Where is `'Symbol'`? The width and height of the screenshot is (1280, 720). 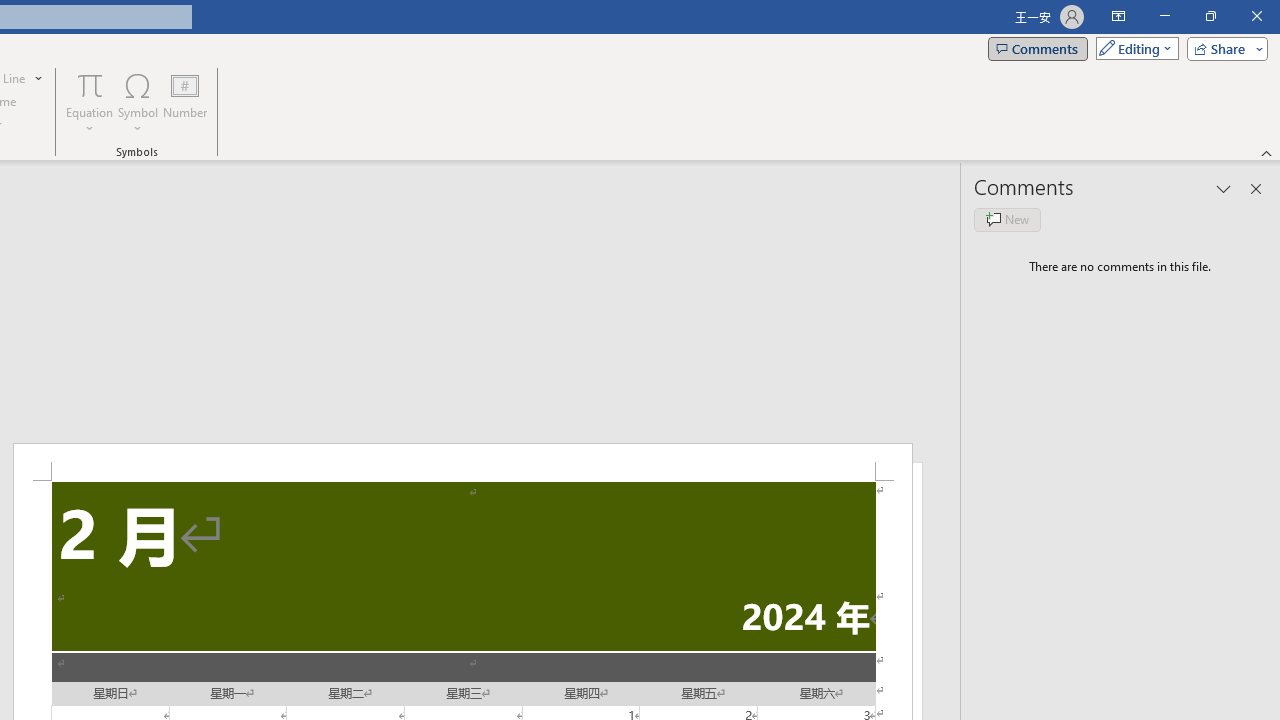 'Symbol' is located at coordinates (137, 103).